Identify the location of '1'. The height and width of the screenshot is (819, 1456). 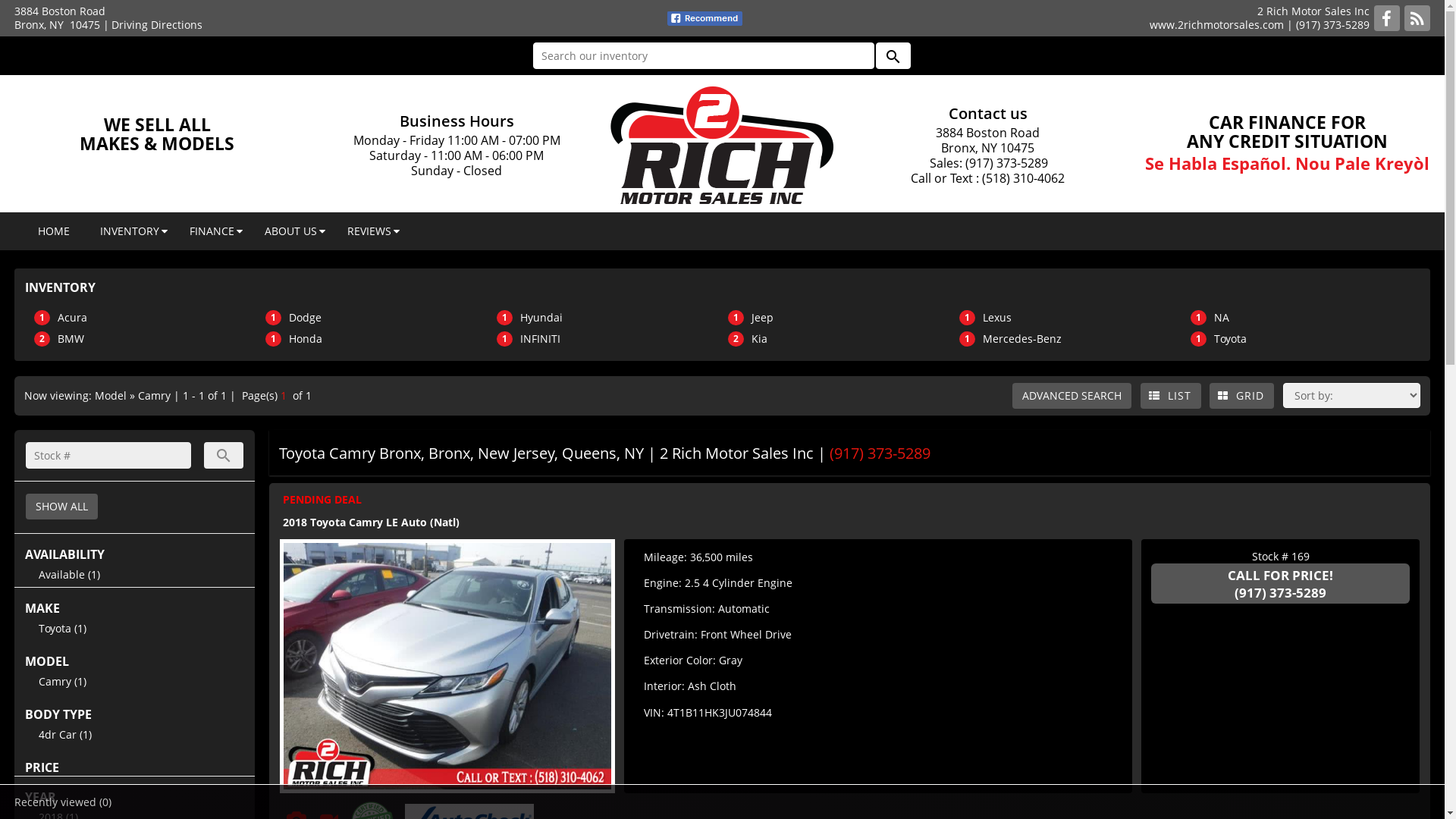
(280, 394).